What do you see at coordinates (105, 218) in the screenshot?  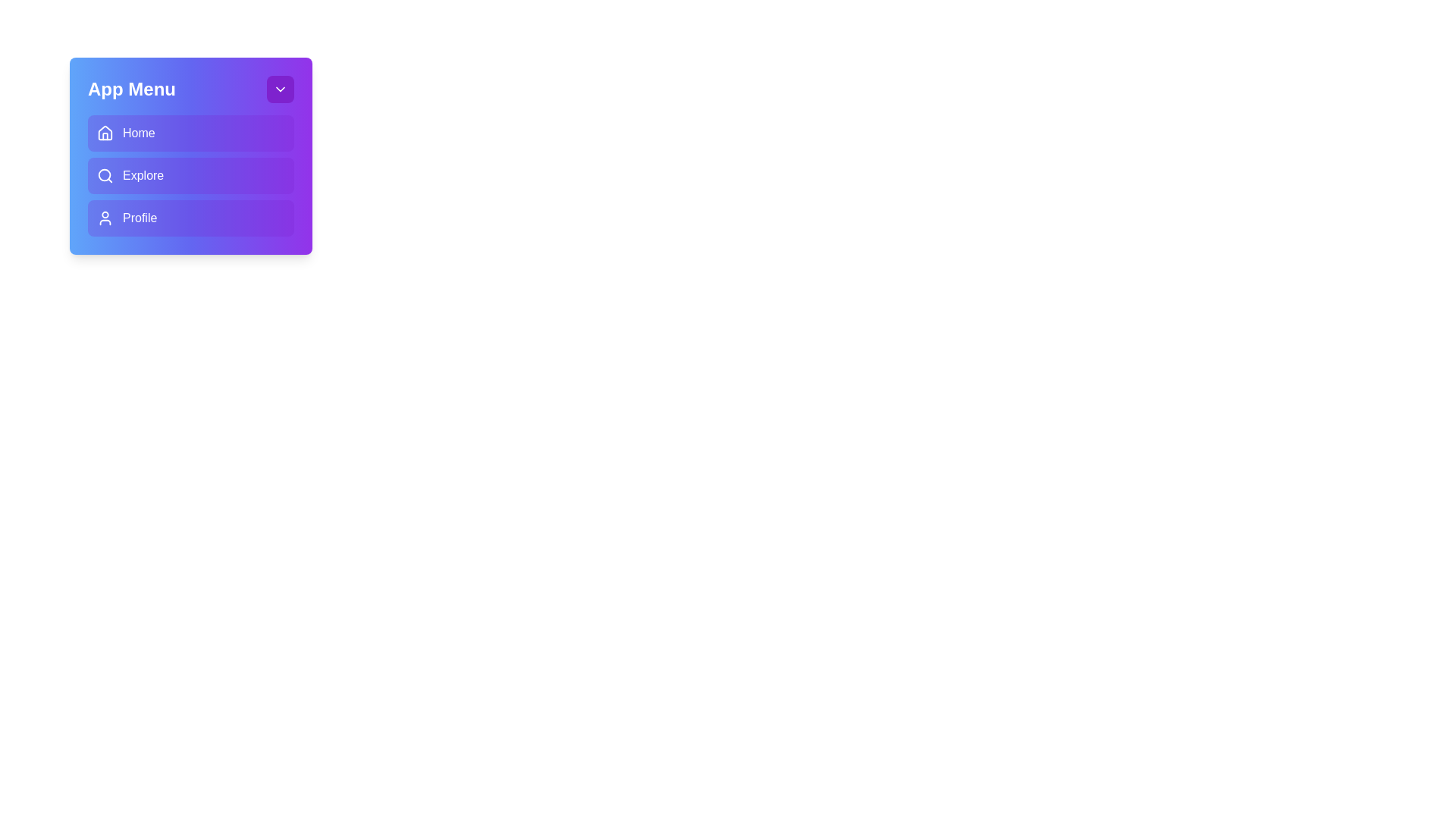 I see `the 'Profile' icon in the vertical menu array located at the top-left corner of the interface` at bounding box center [105, 218].